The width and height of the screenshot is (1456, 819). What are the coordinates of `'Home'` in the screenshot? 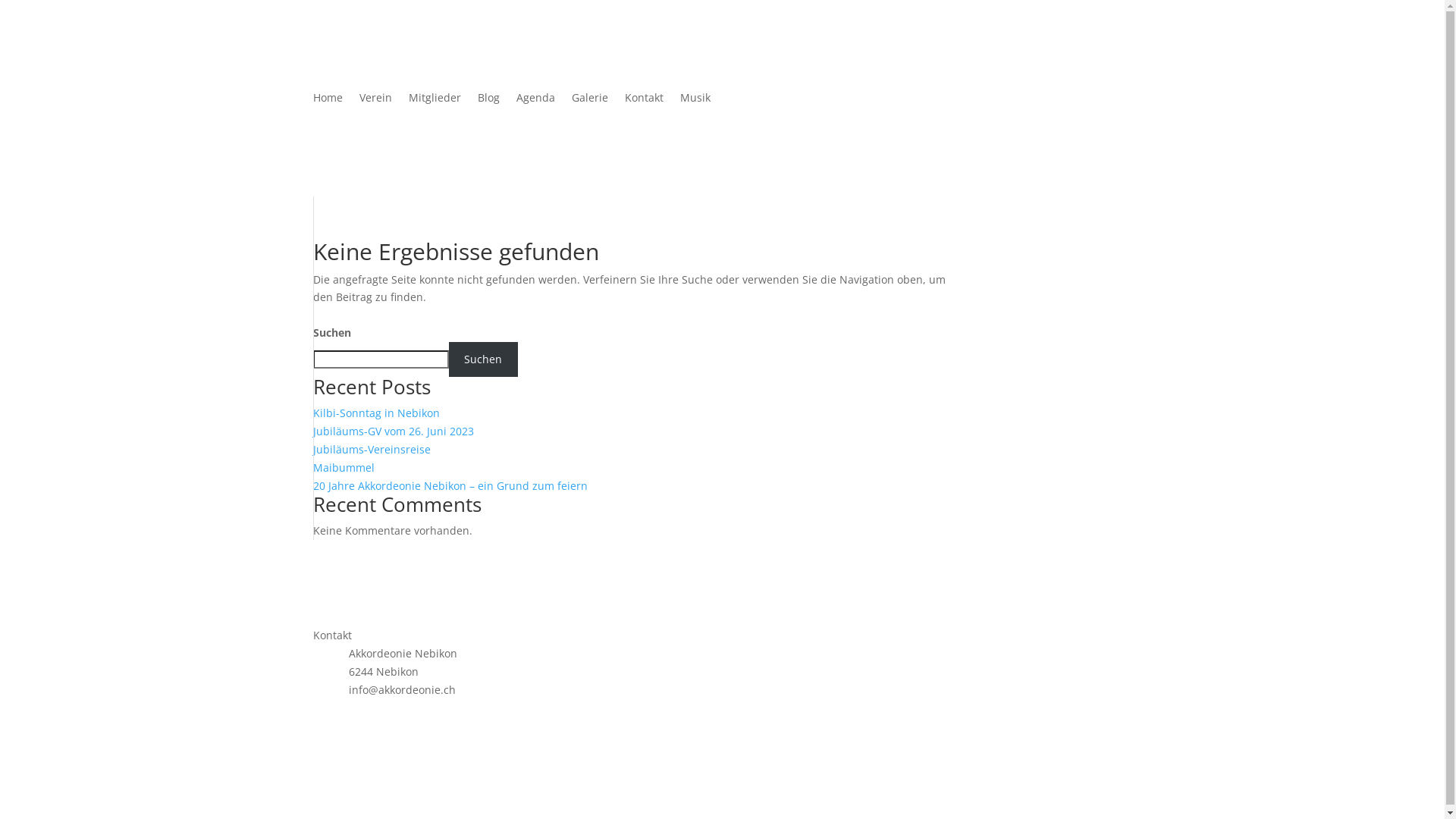 It's located at (326, 100).